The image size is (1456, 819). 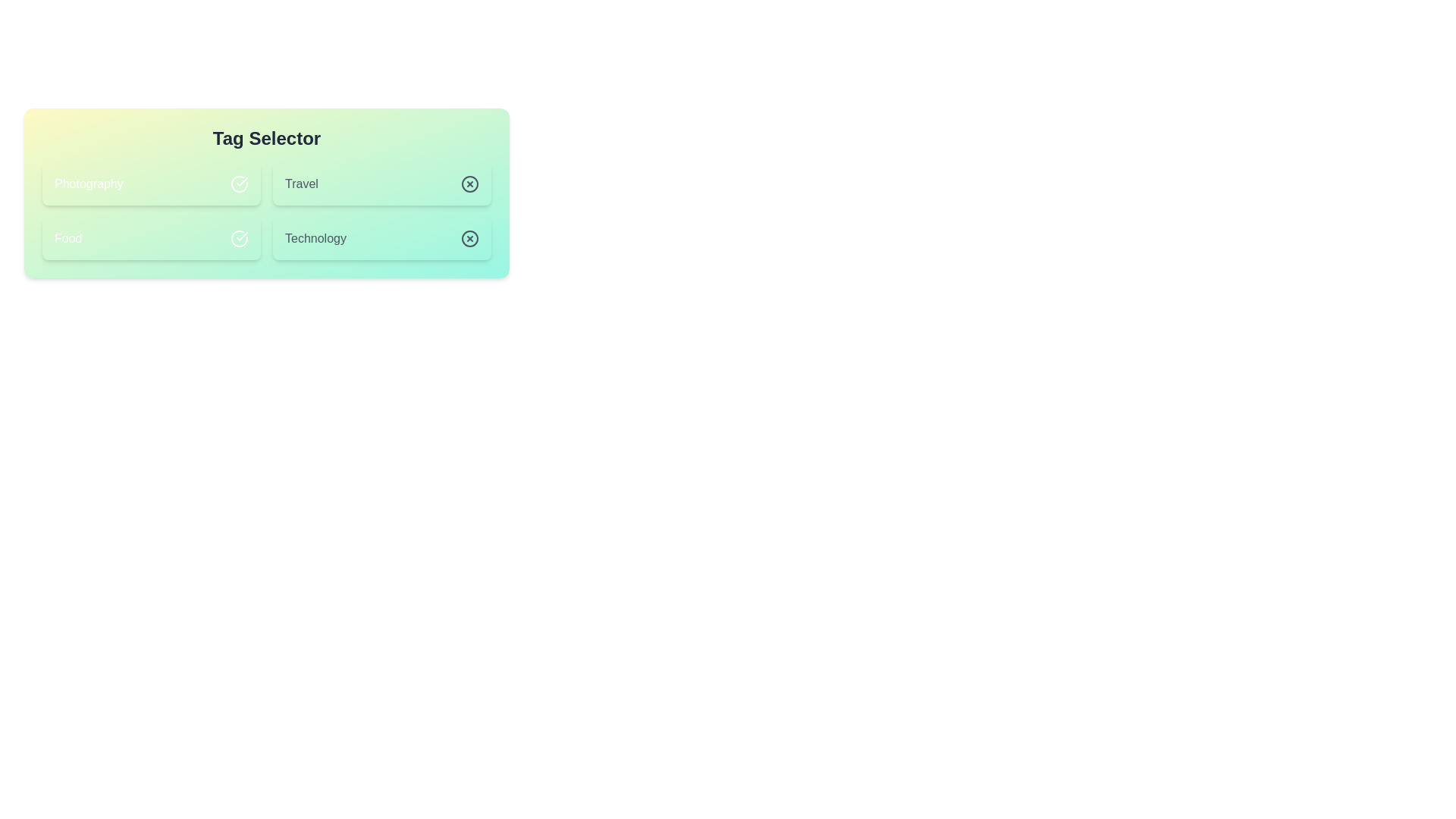 What do you see at coordinates (152, 239) in the screenshot?
I see `the tag labeled Food to toggle its active state` at bounding box center [152, 239].